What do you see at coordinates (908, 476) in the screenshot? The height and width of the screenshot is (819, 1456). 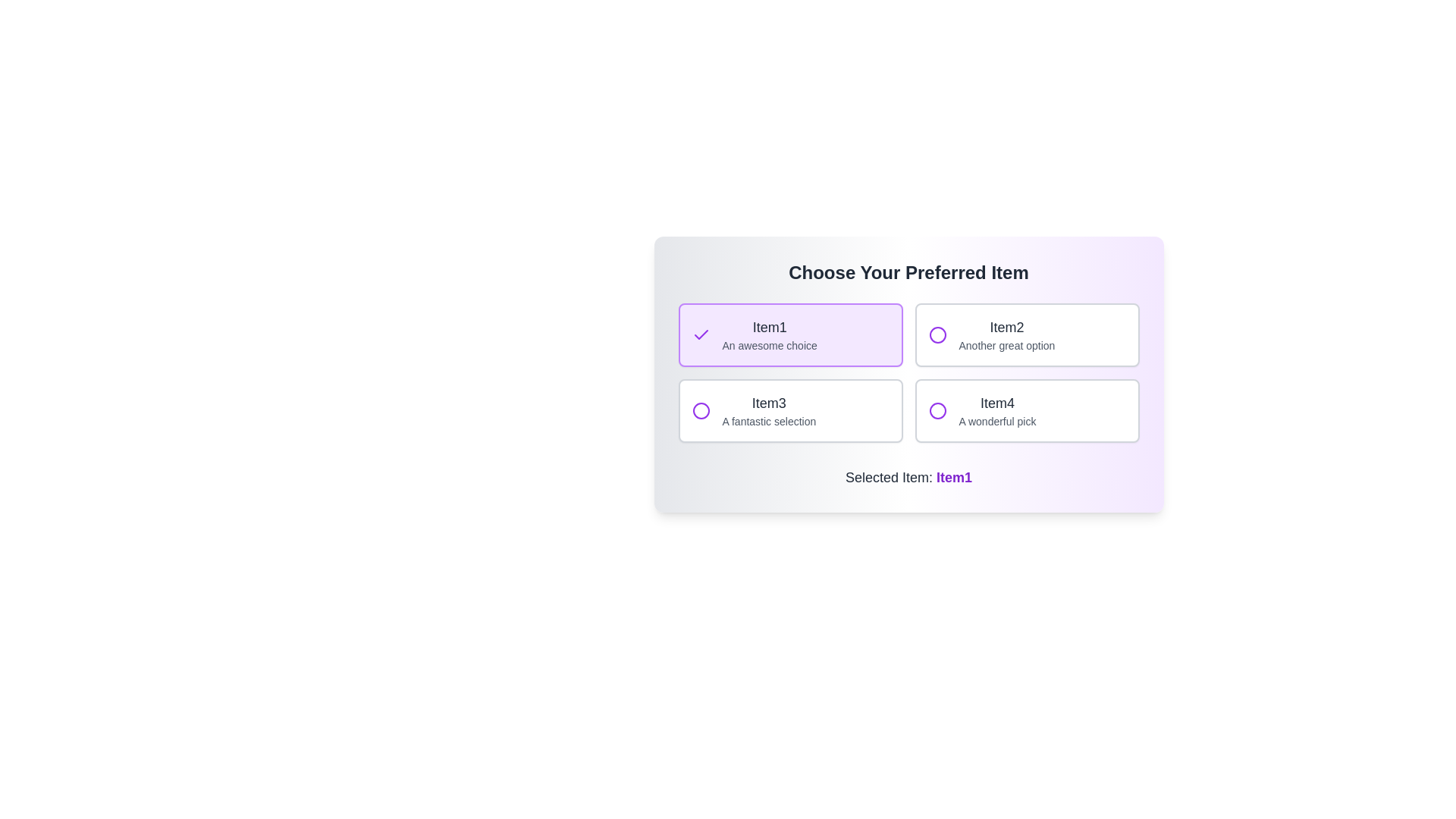 I see `the static informational text display that shows 'Selected Item: Item1' in bold purple color, located at the bottom of the selection interface` at bounding box center [908, 476].